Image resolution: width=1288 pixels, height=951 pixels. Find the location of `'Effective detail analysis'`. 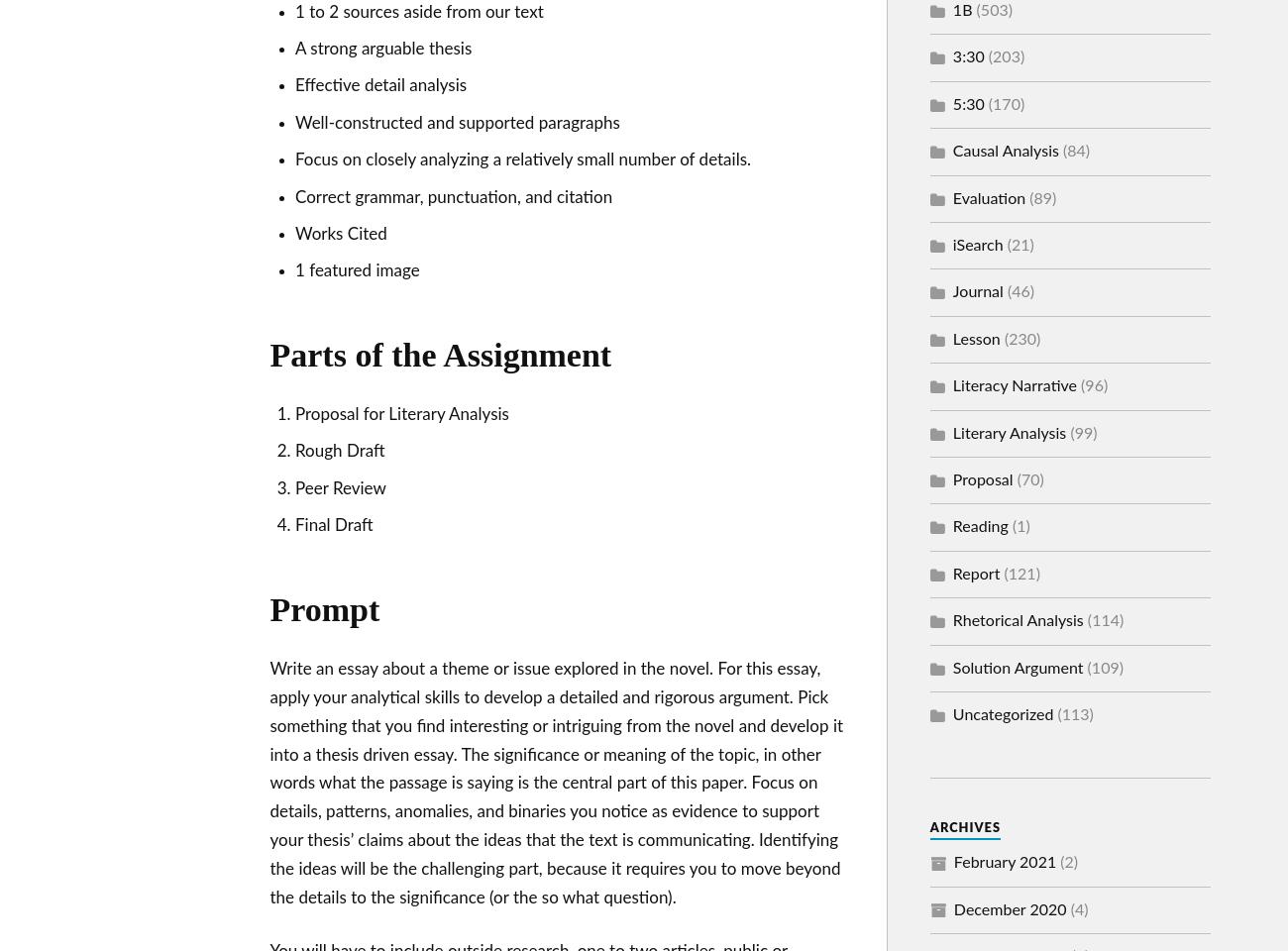

'Effective detail analysis' is located at coordinates (380, 85).